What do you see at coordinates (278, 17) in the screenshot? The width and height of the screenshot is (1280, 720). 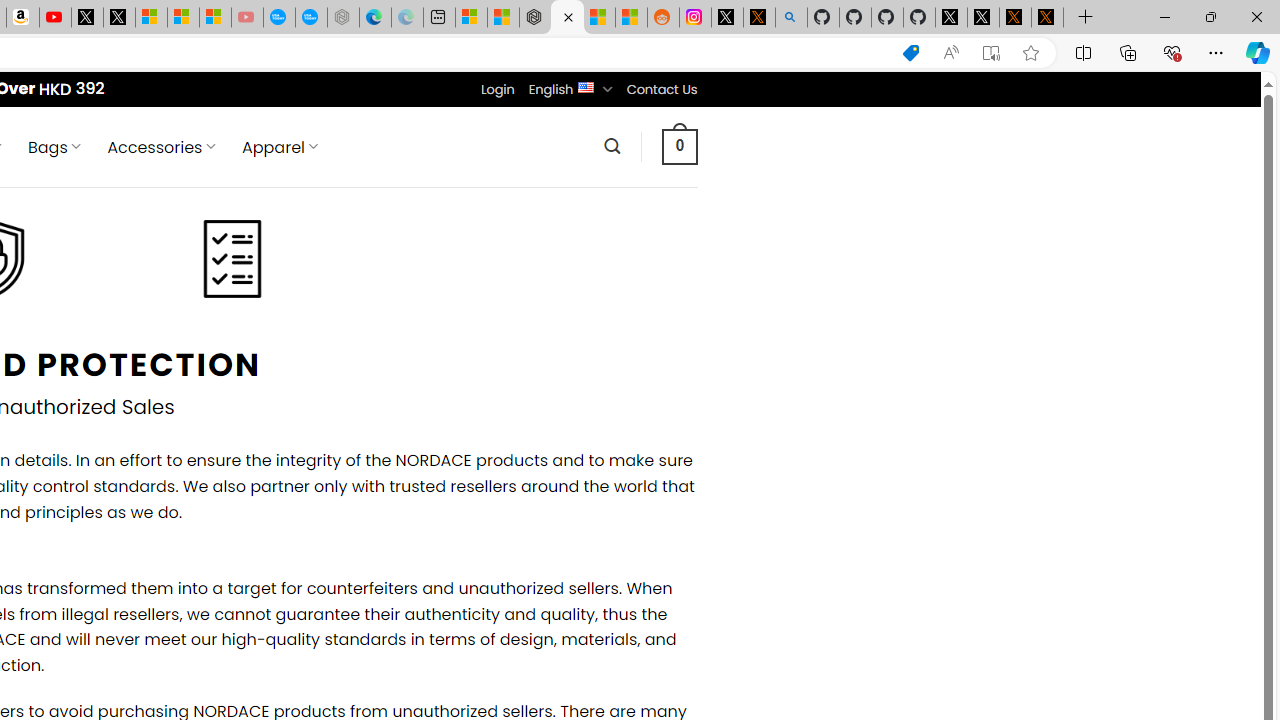 I see `'Opinion: Op-Ed and Commentary - USA TODAY'` at bounding box center [278, 17].